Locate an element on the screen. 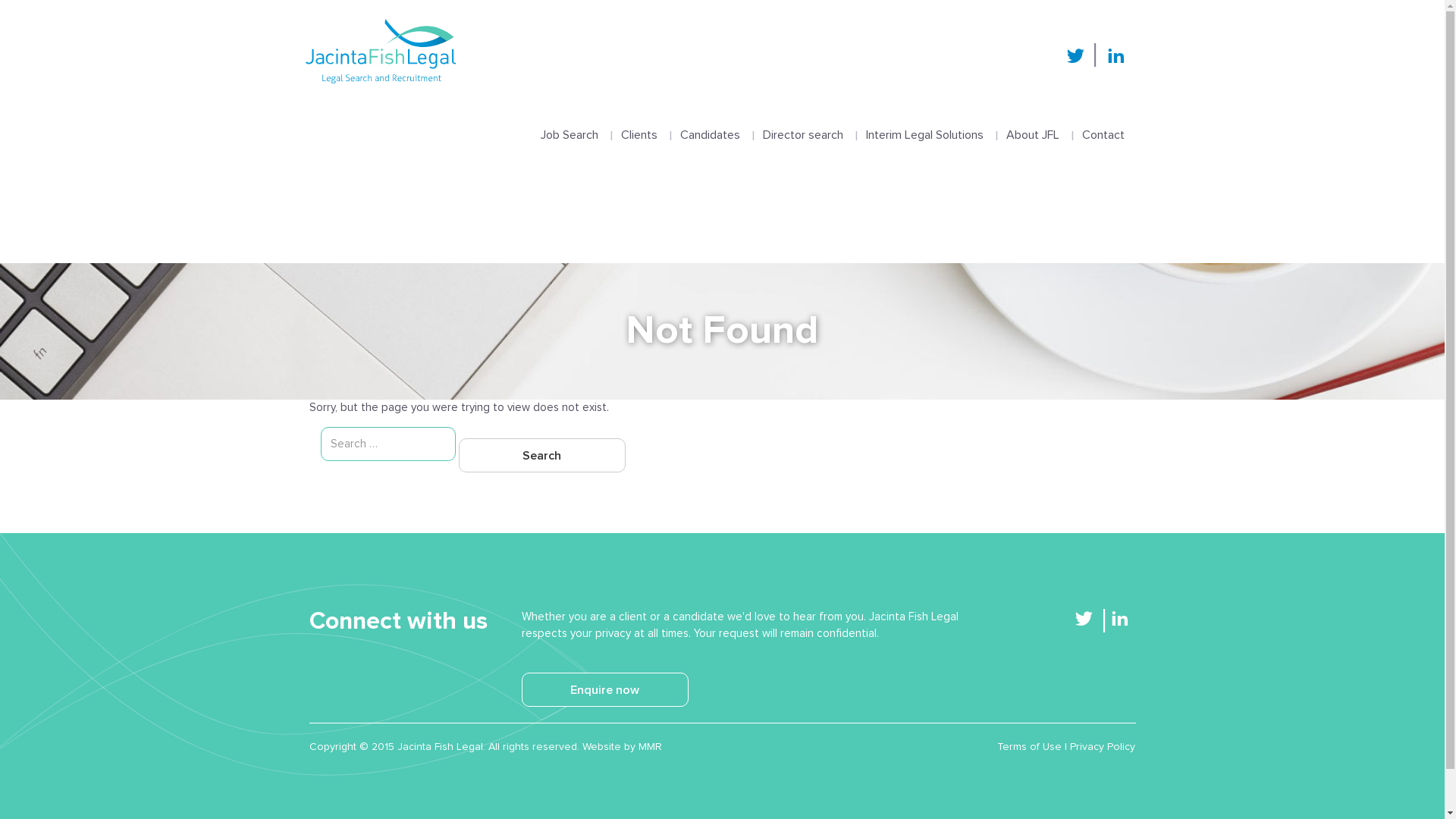  'Terms of Use' is located at coordinates (1029, 745).